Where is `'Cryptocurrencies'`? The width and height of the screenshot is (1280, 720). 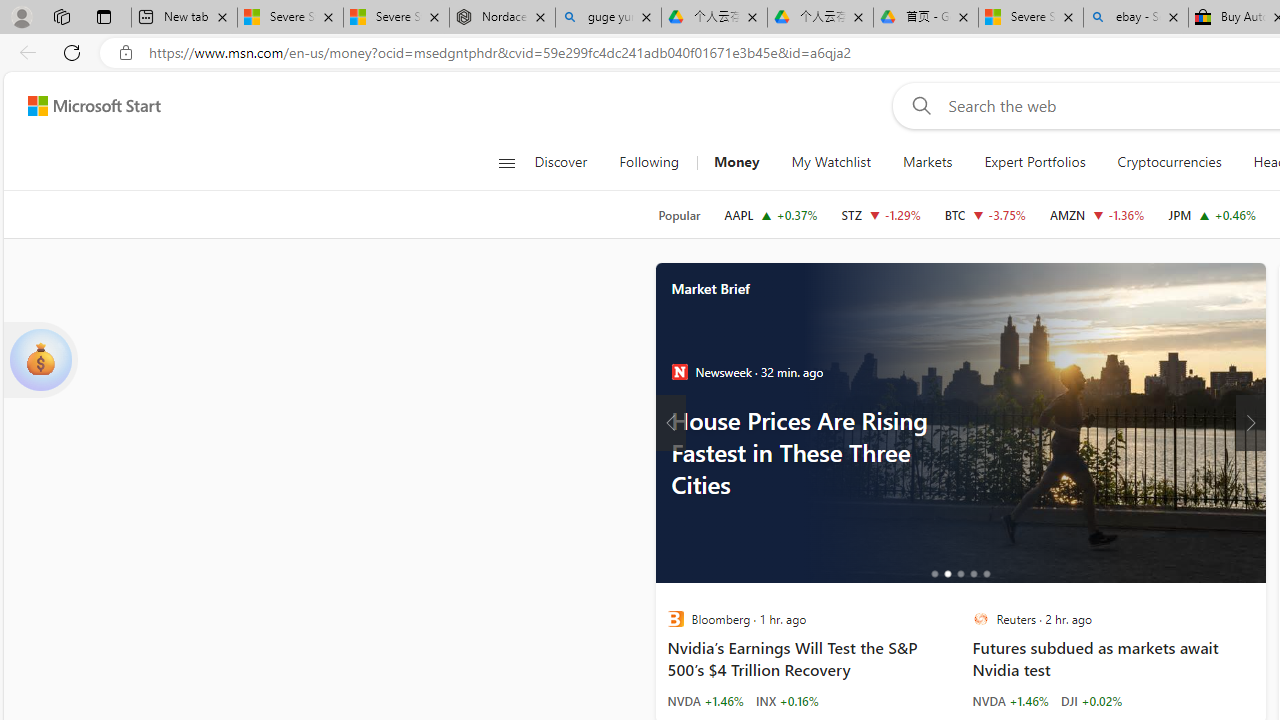
'Cryptocurrencies' is located at coordinates (1169, 162).